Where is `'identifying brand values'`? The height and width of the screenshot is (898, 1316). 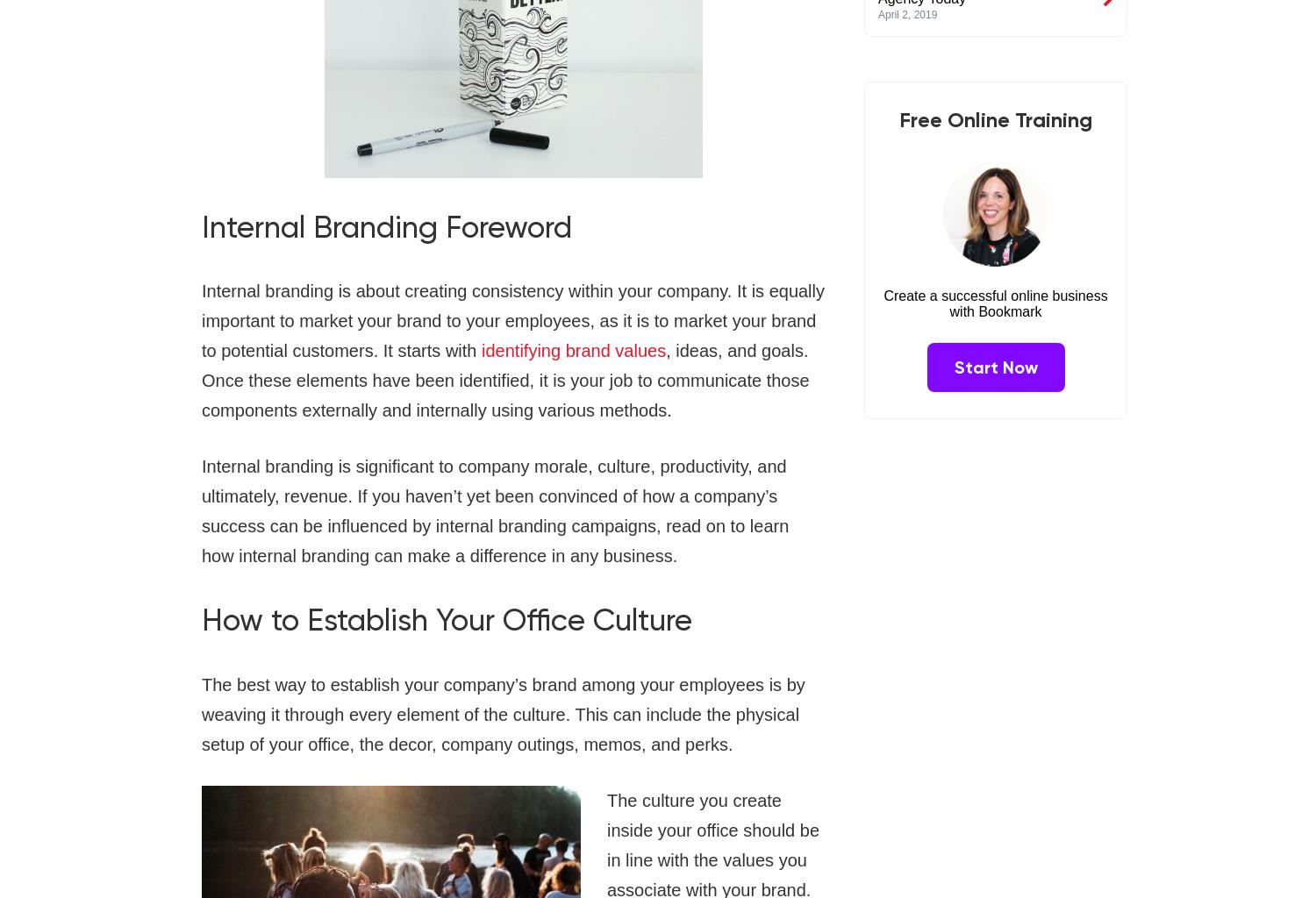 'identifying brand values' is located at coordinates (574, 349).